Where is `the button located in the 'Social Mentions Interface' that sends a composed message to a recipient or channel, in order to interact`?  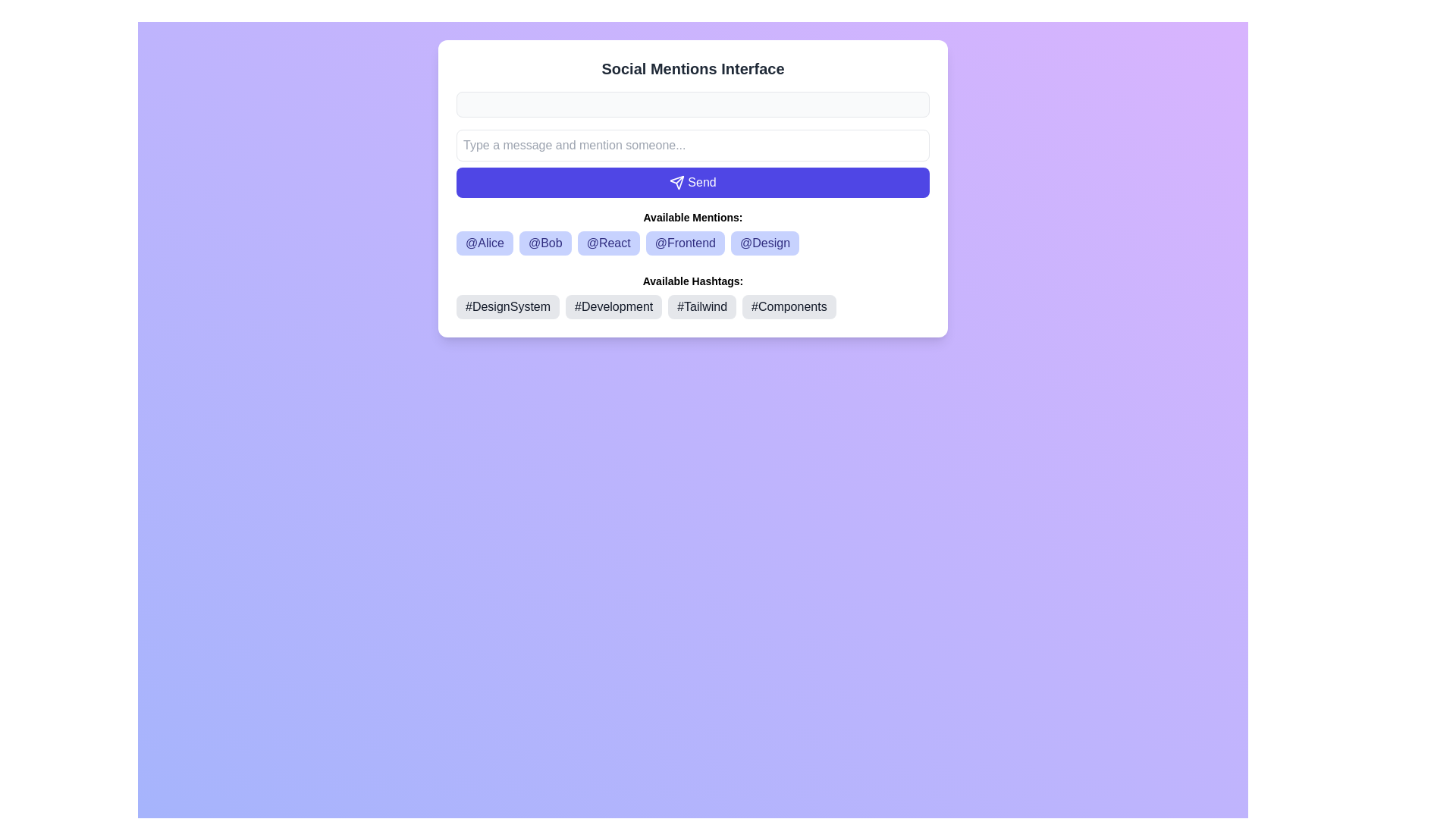
the button located in the 'Social Mentions Interface' that sends a composed message to a recipient or channel, in order to interact is located at coordinates (692, 188).